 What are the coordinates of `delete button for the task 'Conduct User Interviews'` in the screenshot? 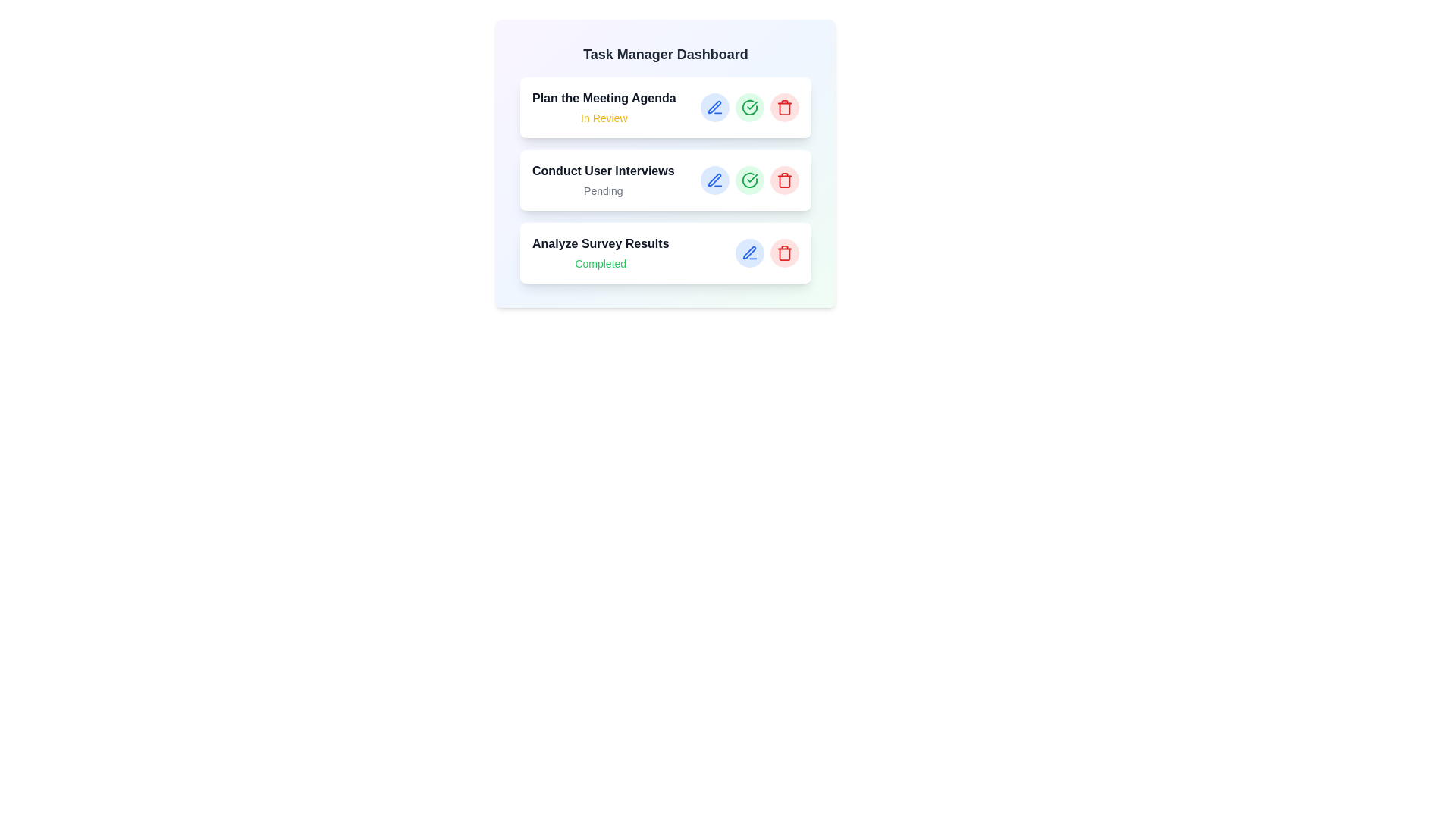 It's located at (785, 180).